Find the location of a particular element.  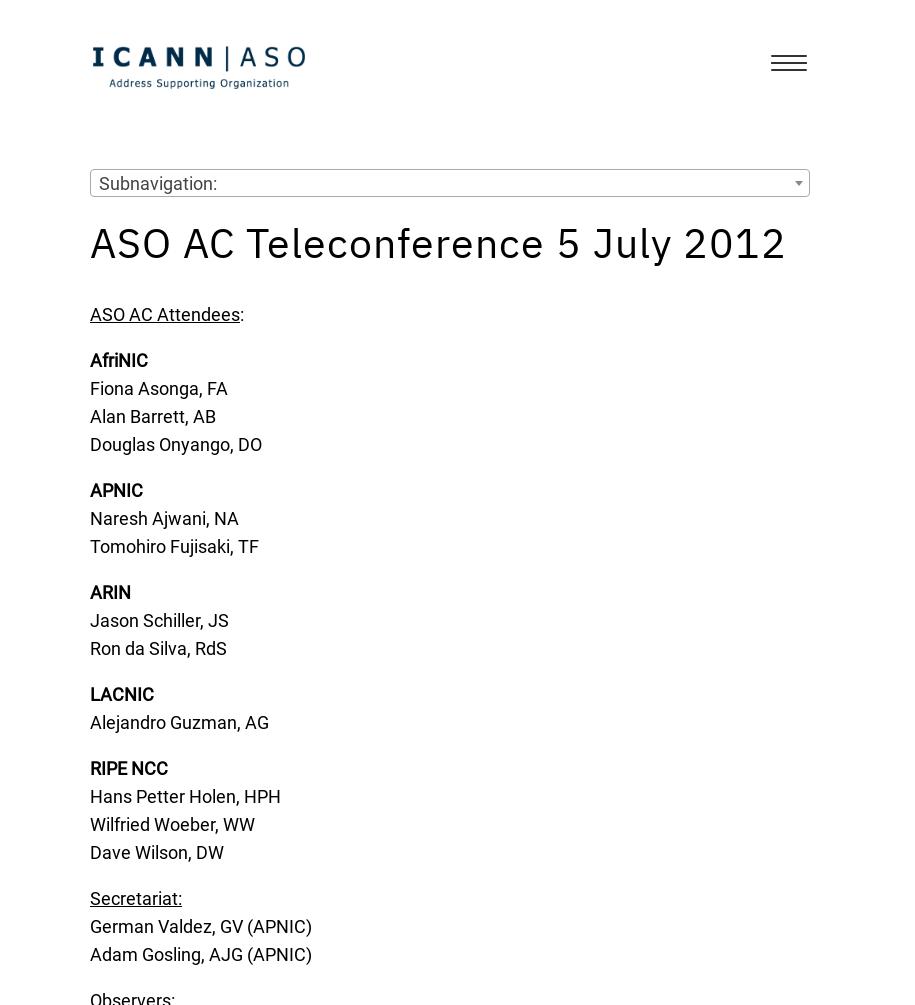

'Subnavigation:' is located at coordinates (157, 182).